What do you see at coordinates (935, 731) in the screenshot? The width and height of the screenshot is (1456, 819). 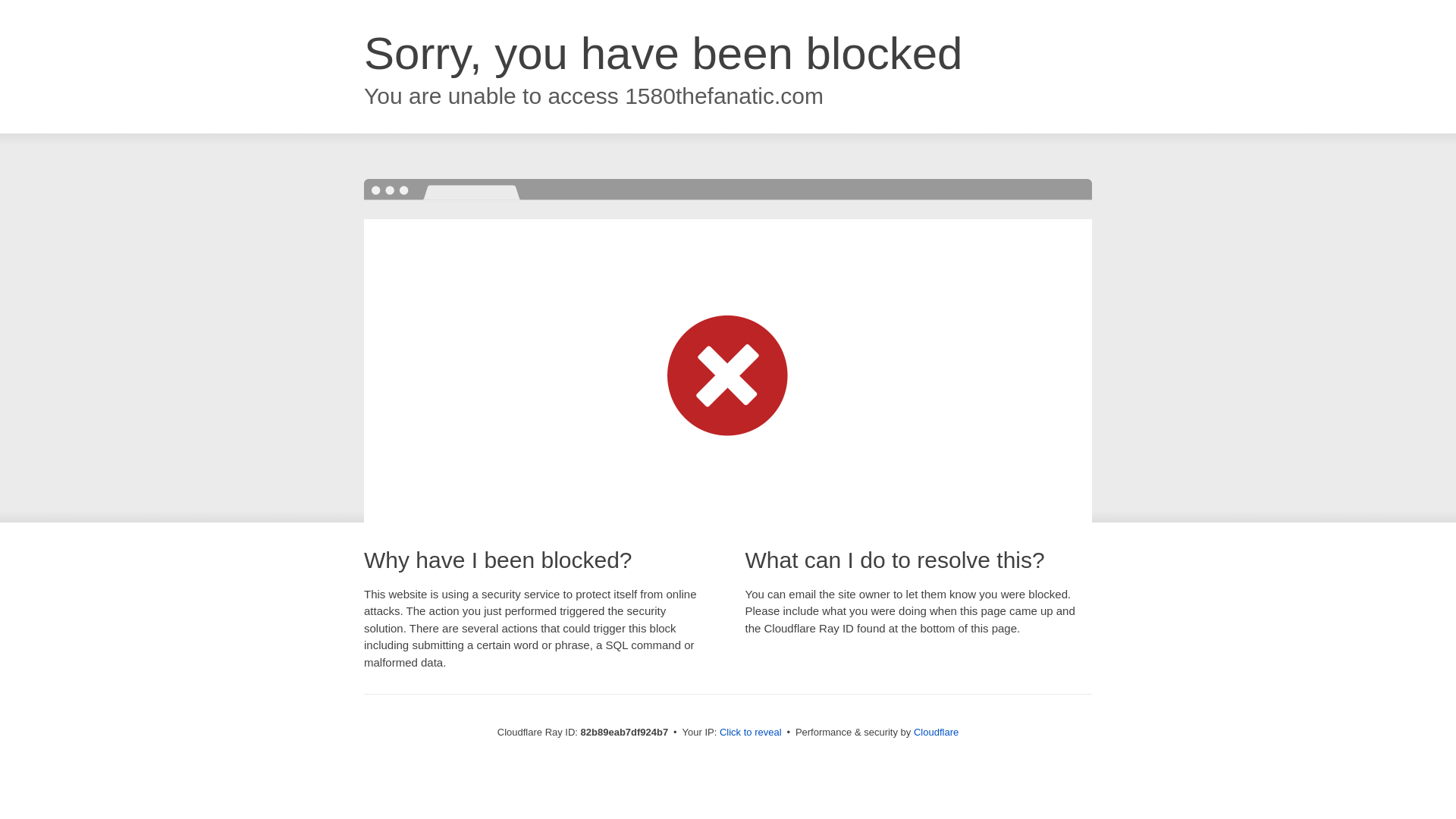 I see `'Cloudflare'` at bounding box center [935, 731].